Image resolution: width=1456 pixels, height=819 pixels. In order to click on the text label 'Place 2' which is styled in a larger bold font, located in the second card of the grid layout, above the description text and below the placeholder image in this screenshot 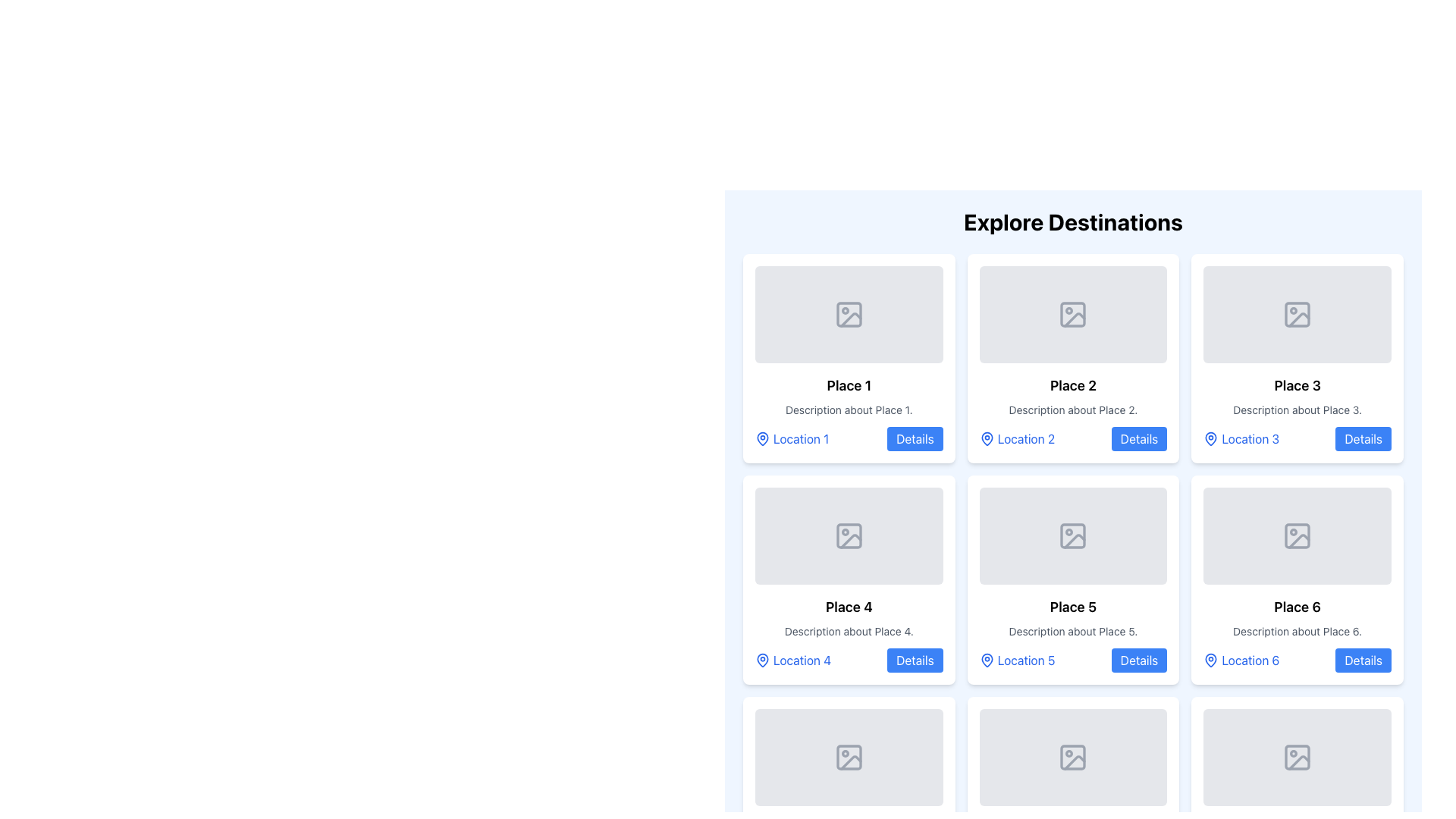, I will do `click(1072, 385)`.